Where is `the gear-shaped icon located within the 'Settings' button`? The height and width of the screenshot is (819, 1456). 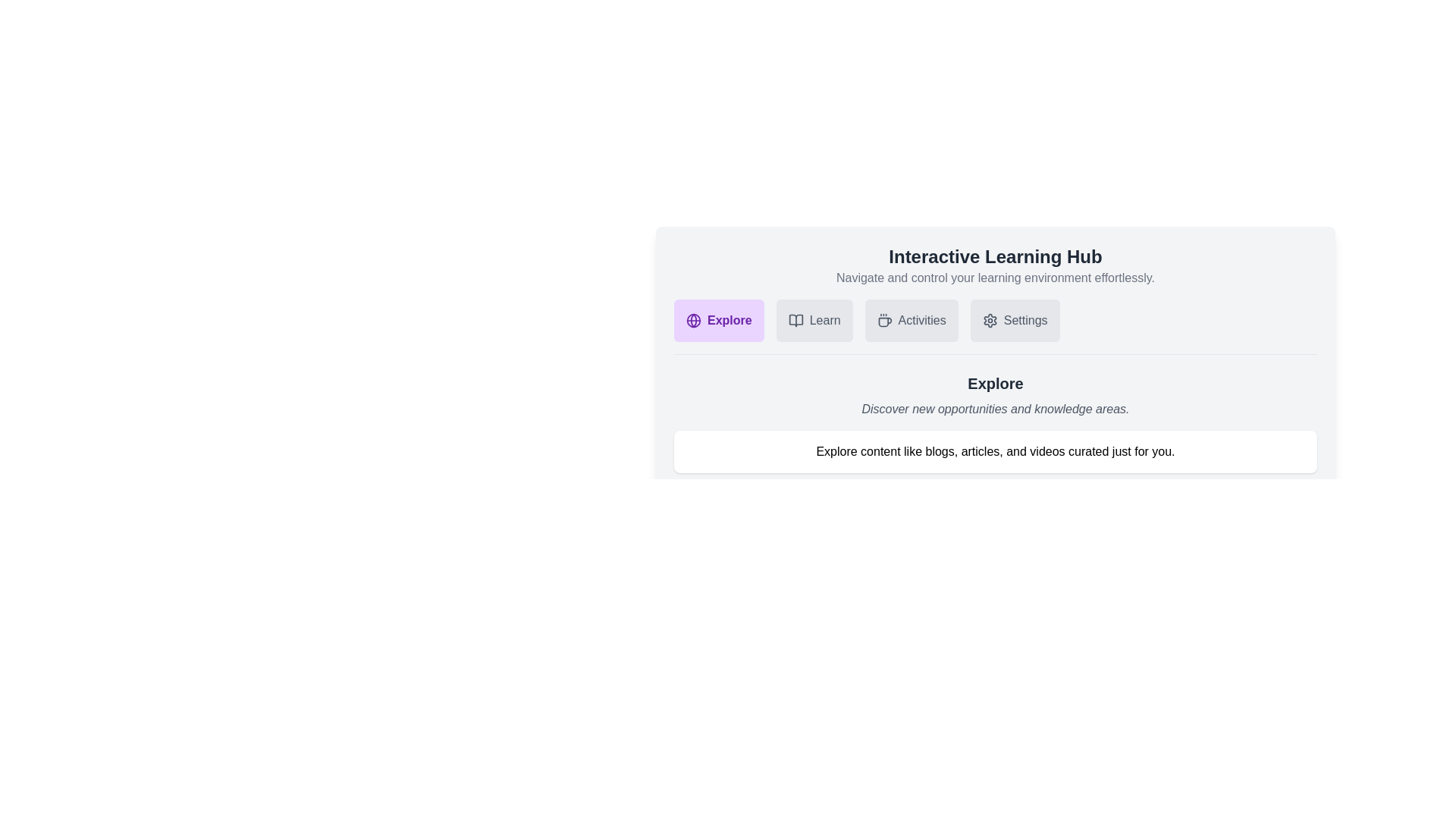
the gear-shaped icon located within the 'Settings' button is located at coordinates (990, 320).